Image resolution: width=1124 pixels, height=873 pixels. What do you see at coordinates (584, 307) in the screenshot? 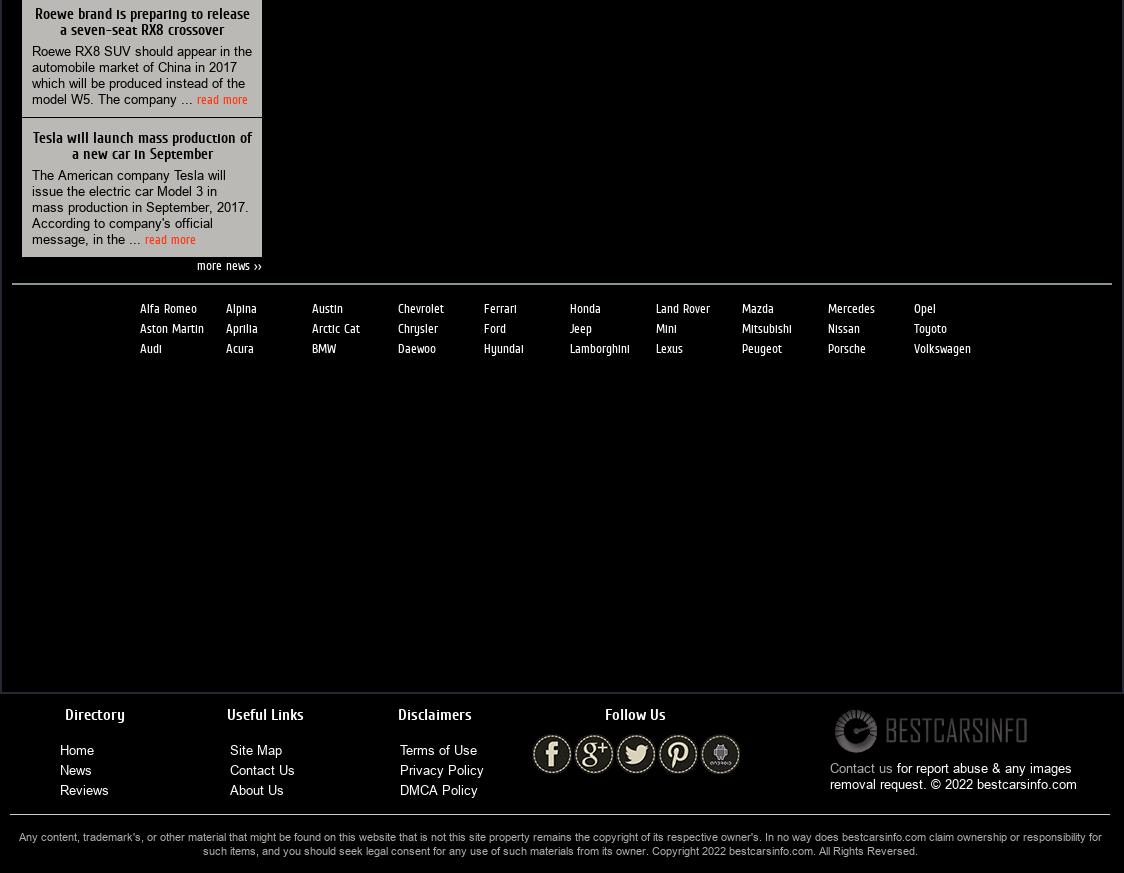
I see `'Honda'` at bounding box center [584, 307].